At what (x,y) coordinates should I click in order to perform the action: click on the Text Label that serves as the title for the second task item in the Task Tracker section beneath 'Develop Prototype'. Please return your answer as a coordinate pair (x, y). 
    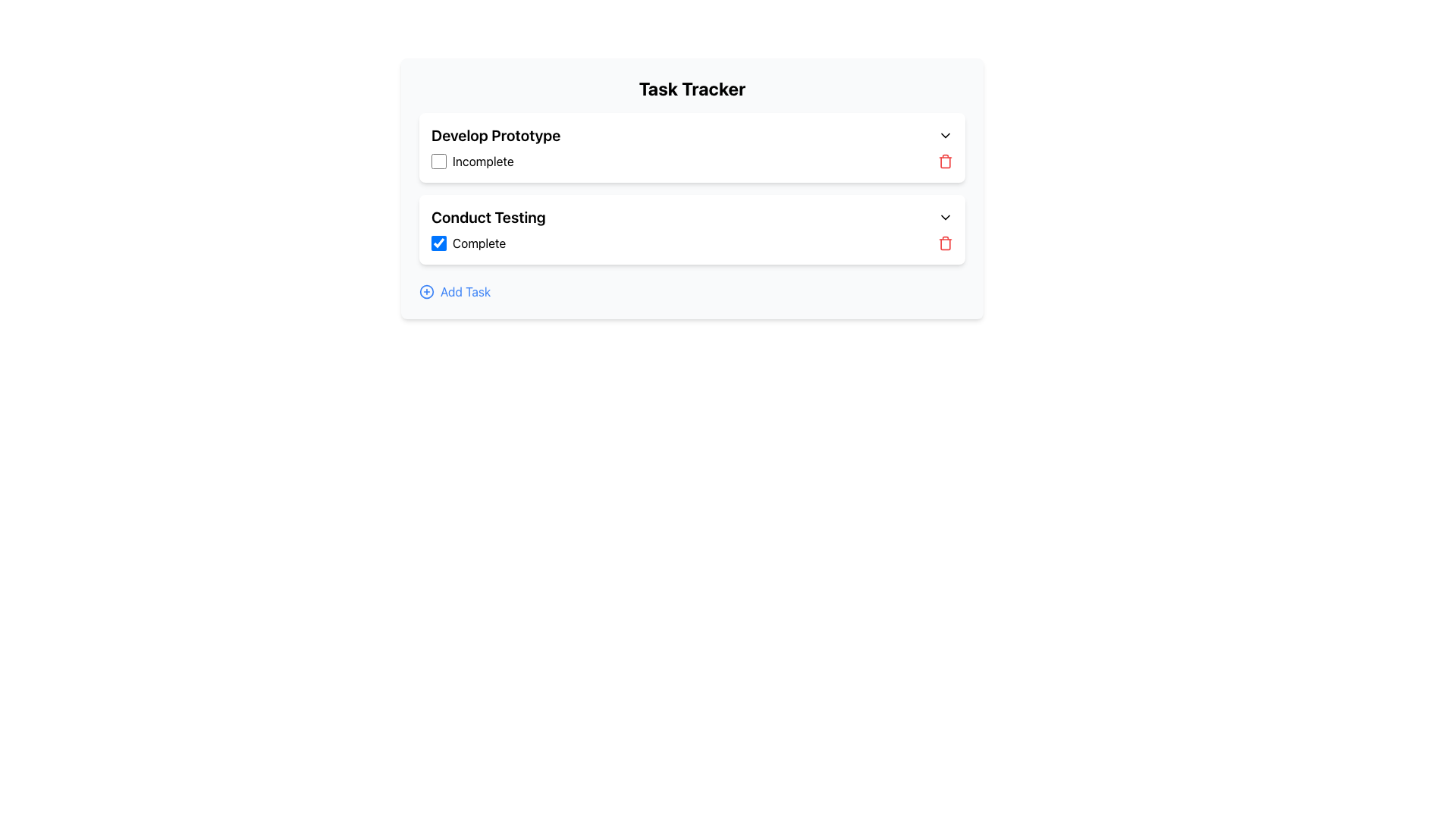
    Looking at the image, I should click on (488, 217).